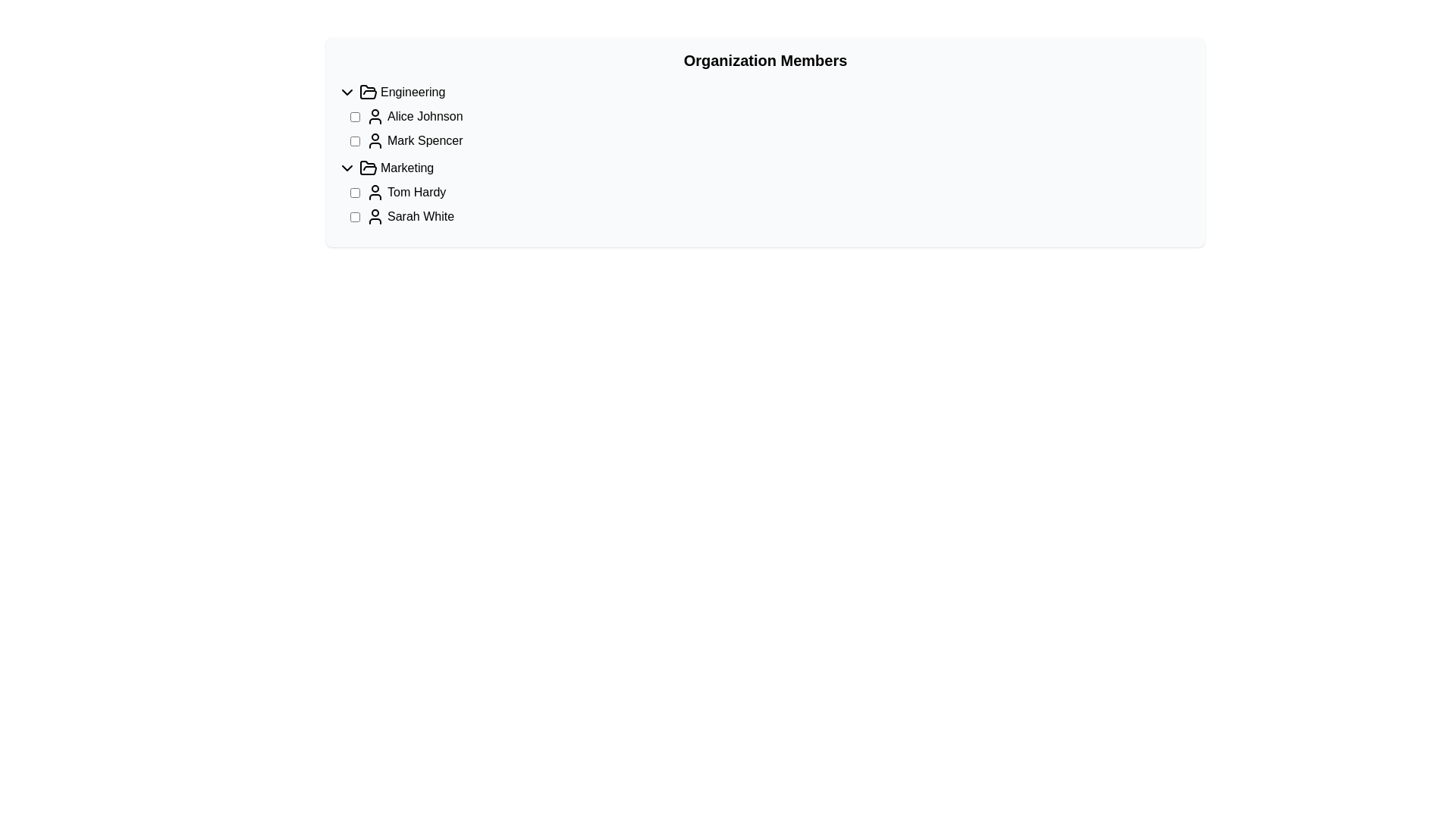  Describe the element at coordinates (368, 168) in the screenshot. I see `the expanded folder icon for the 'Marketing' section, which is located to the left of the text 'Marketing'` at that location.